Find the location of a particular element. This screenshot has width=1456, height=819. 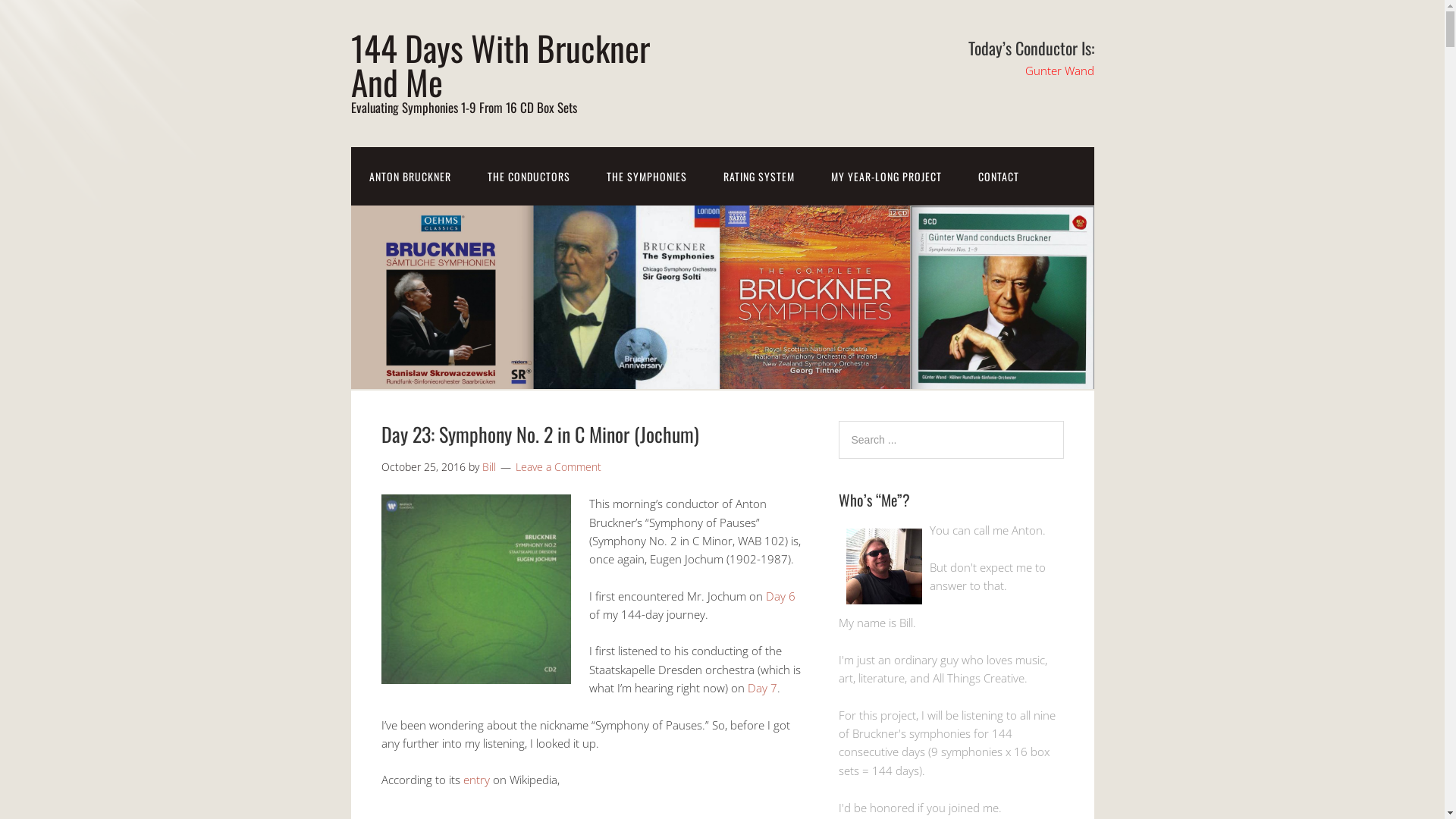

'CONTACT' is located at coordinates (998, 175).